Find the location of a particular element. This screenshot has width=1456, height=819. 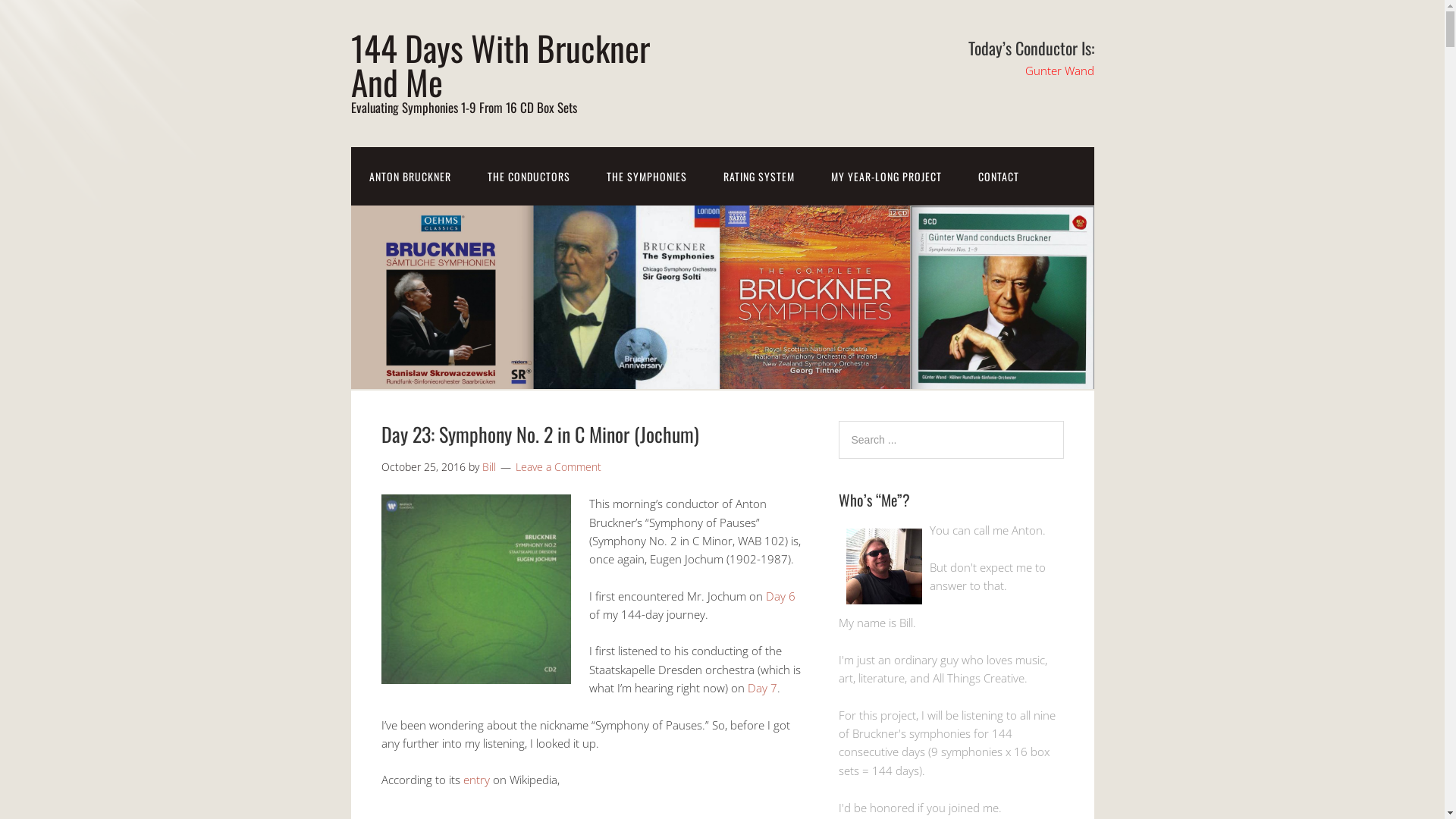

'CONTACT' is located at coordinates (998, 175).